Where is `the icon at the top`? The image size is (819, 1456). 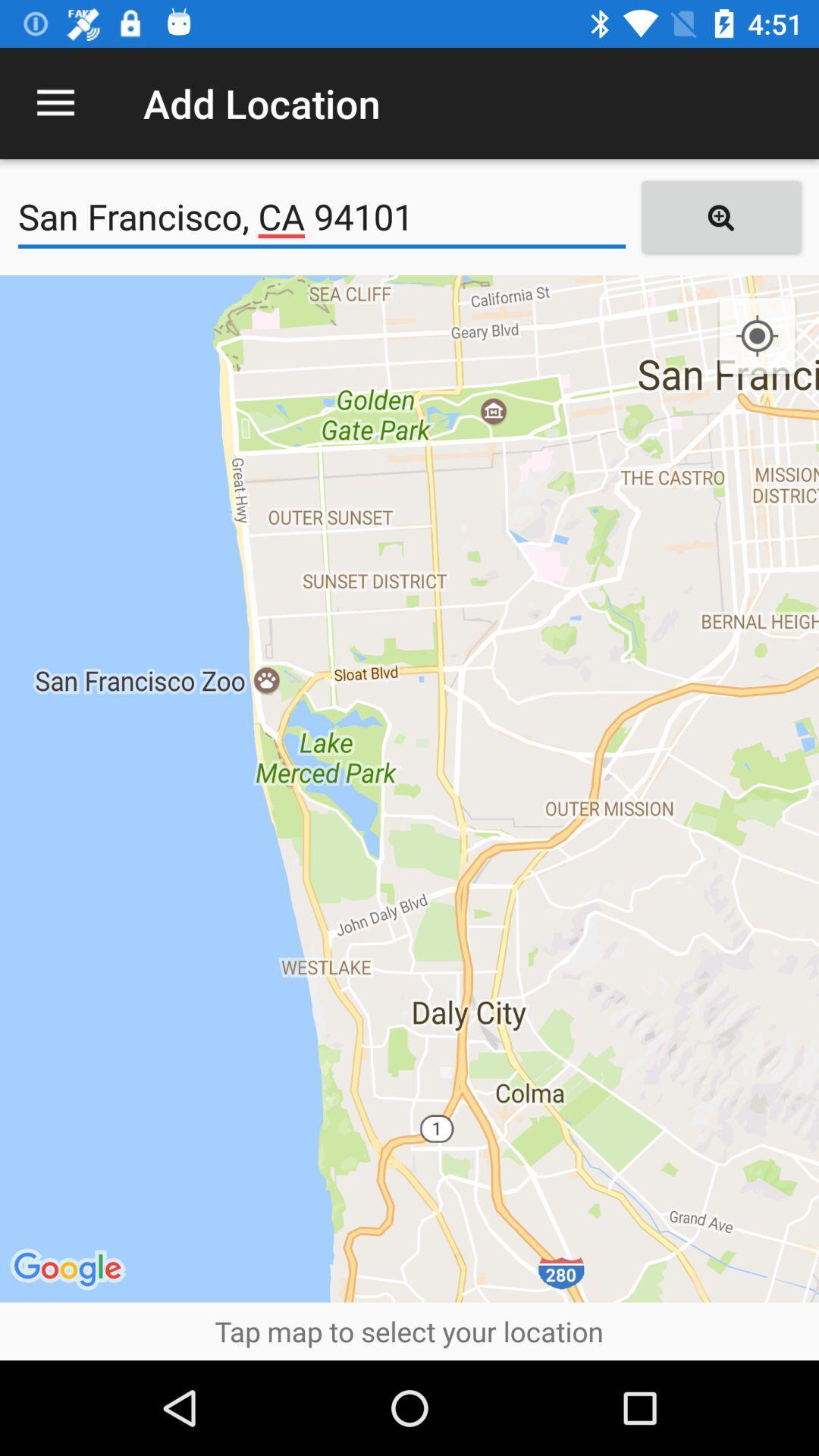 the icon at the top is located at coordinates (321, 216).